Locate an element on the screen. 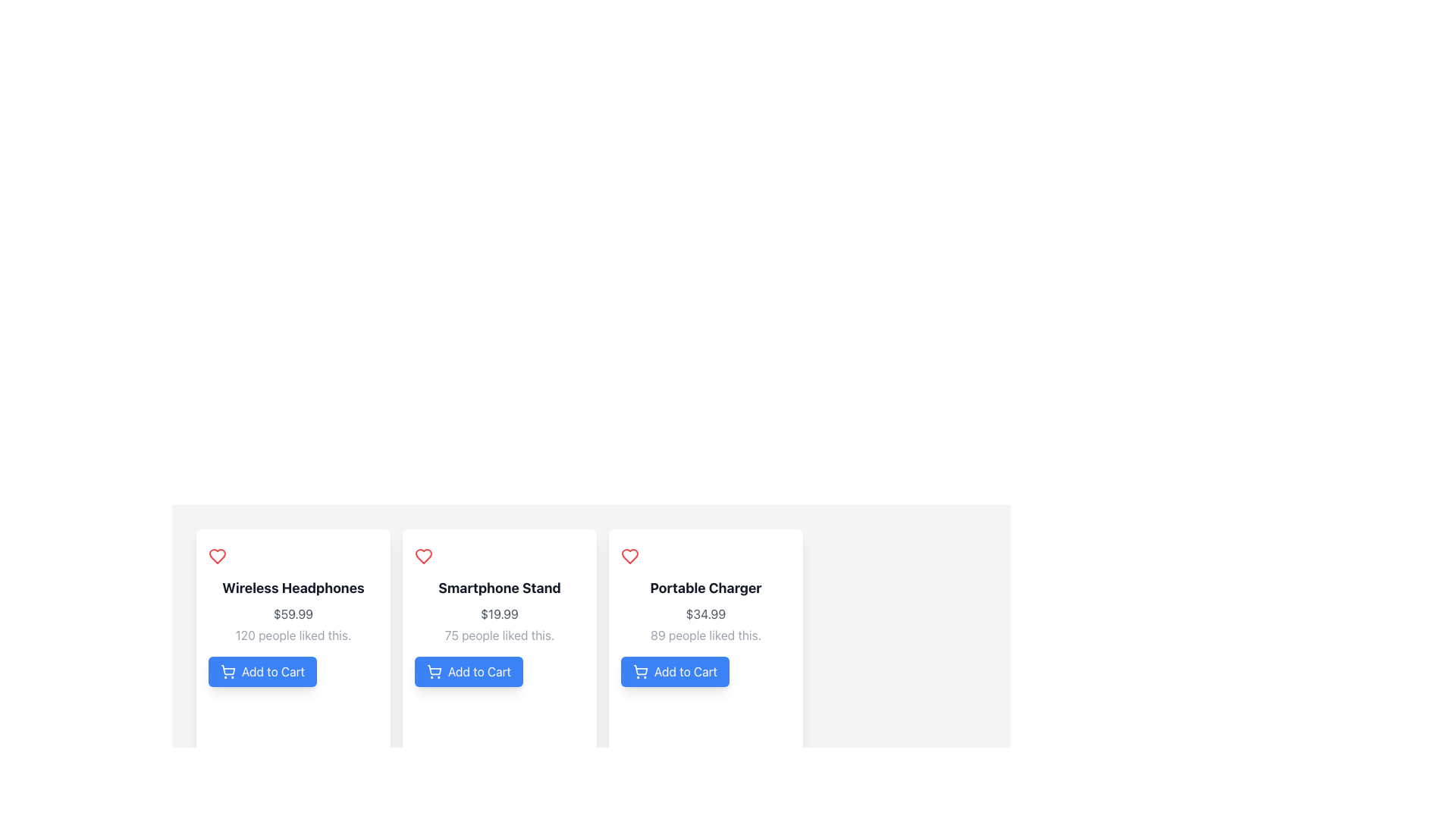 The height and width of the screenshot is (819, 1456). the heart icon located in the top-left corner of the 'Wireless Headphones' product card, which represents a 'like' action is located at coordinates (217, 556).